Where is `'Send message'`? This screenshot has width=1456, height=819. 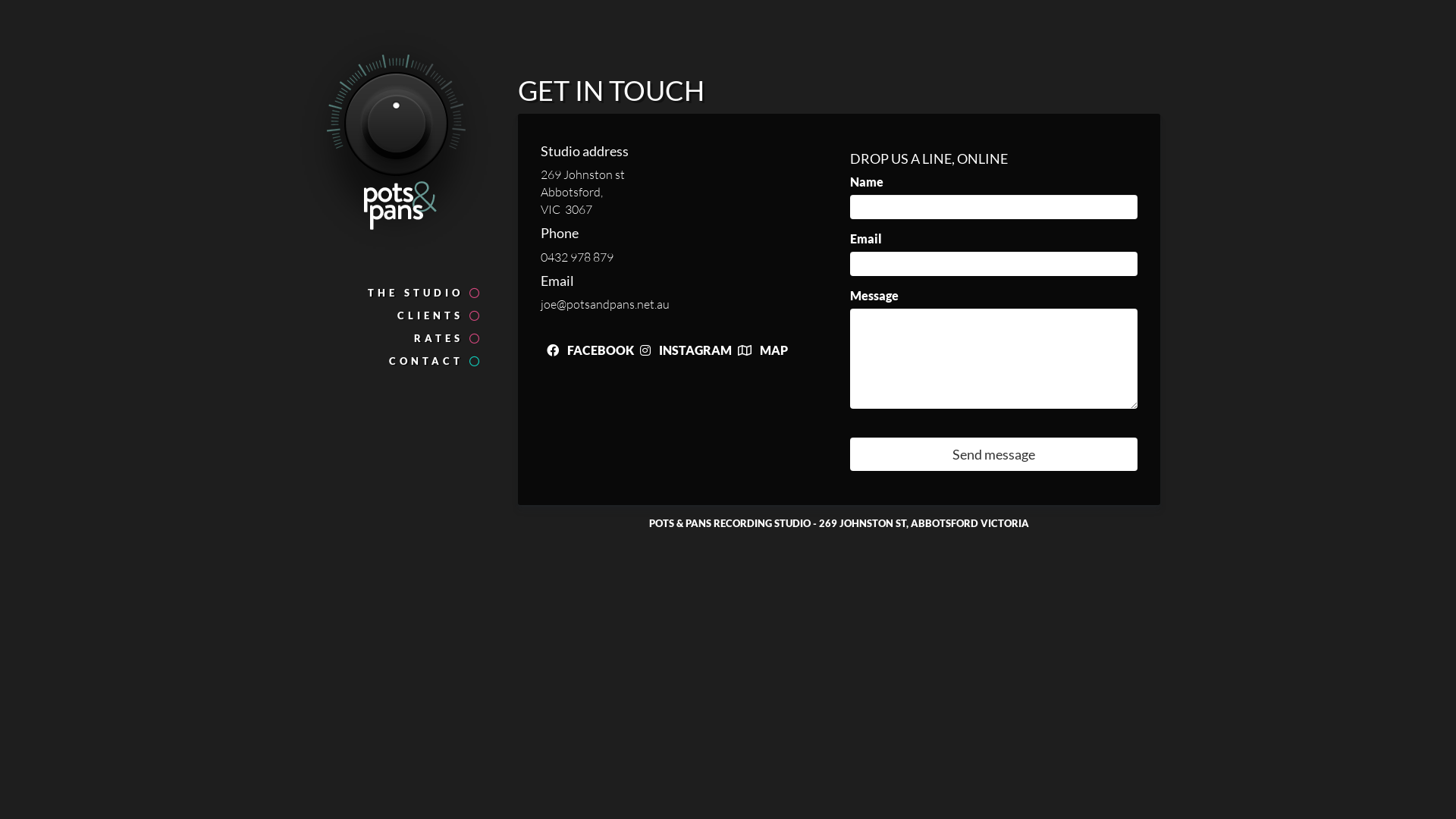 'Send message' is located at coordinates (993, 453).